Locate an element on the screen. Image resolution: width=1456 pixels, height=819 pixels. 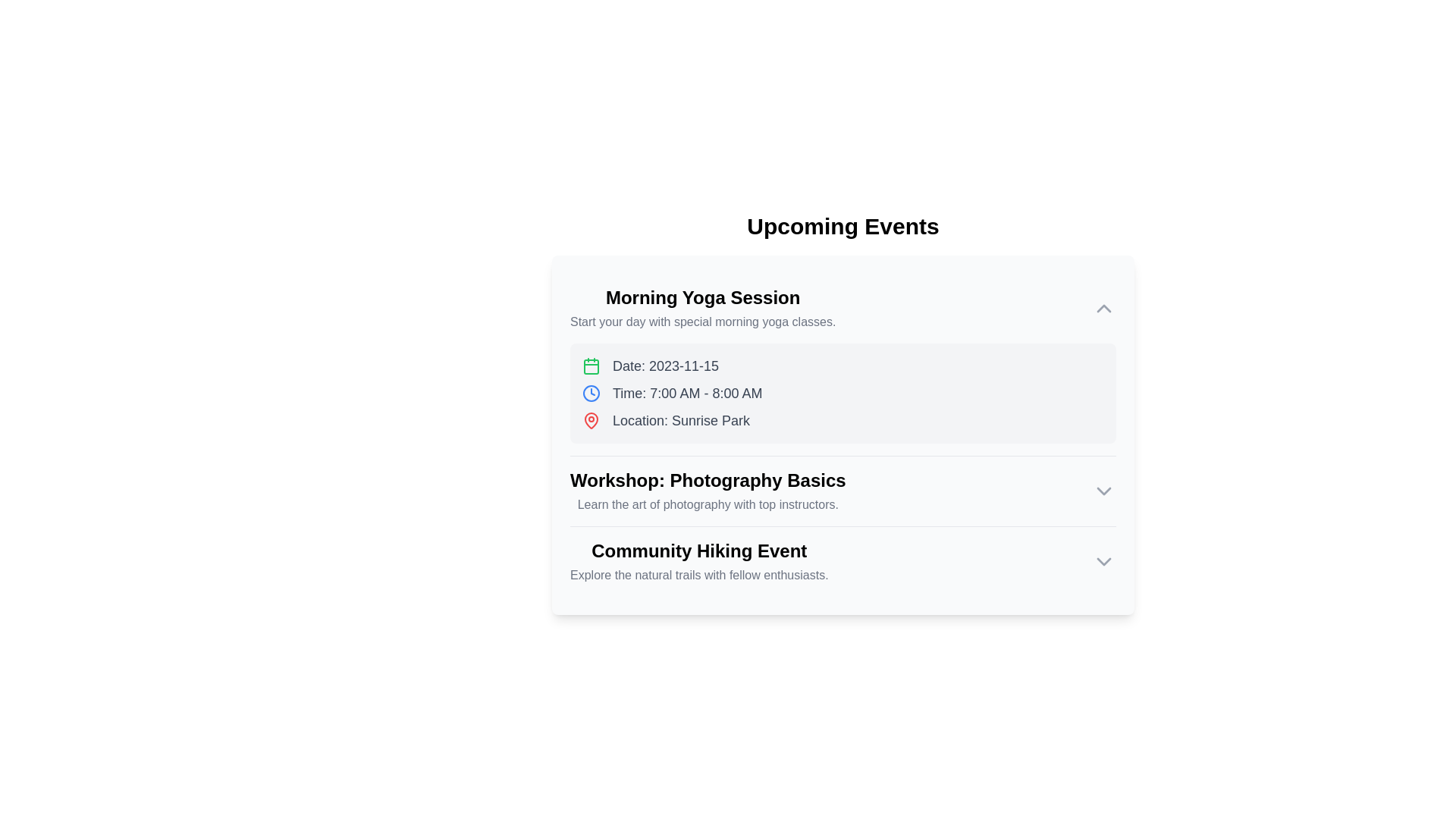
the downward-pointing chevron icon in the 'Community Hiking Event' section is located at coordinates (1103, 561).